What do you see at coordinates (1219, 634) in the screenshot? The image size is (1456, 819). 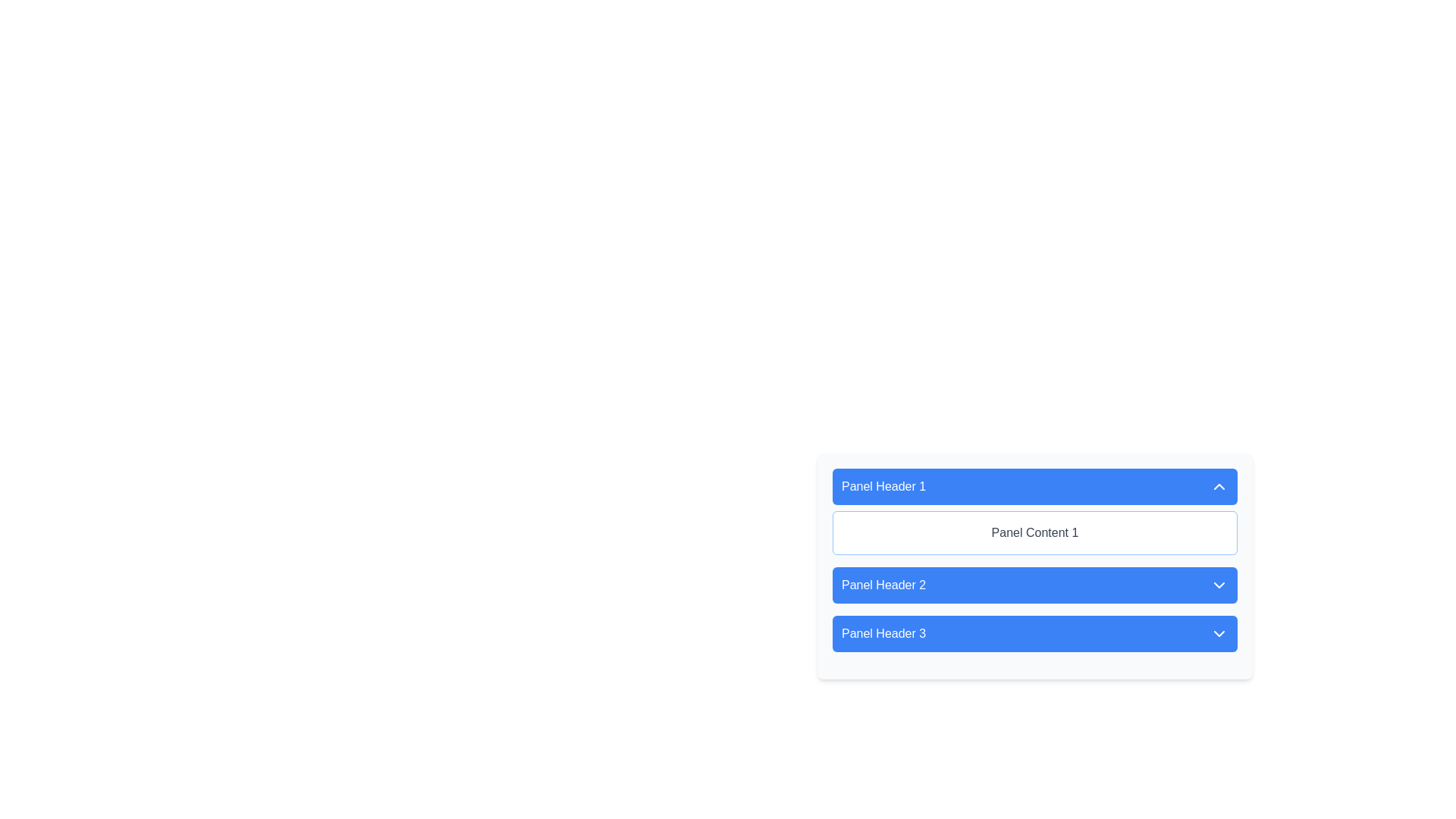 I see `the chevron-down arrow icon located on the right side of the 'Panel Header 3' section for interaction feedback` at bounding box center [1219, 634].